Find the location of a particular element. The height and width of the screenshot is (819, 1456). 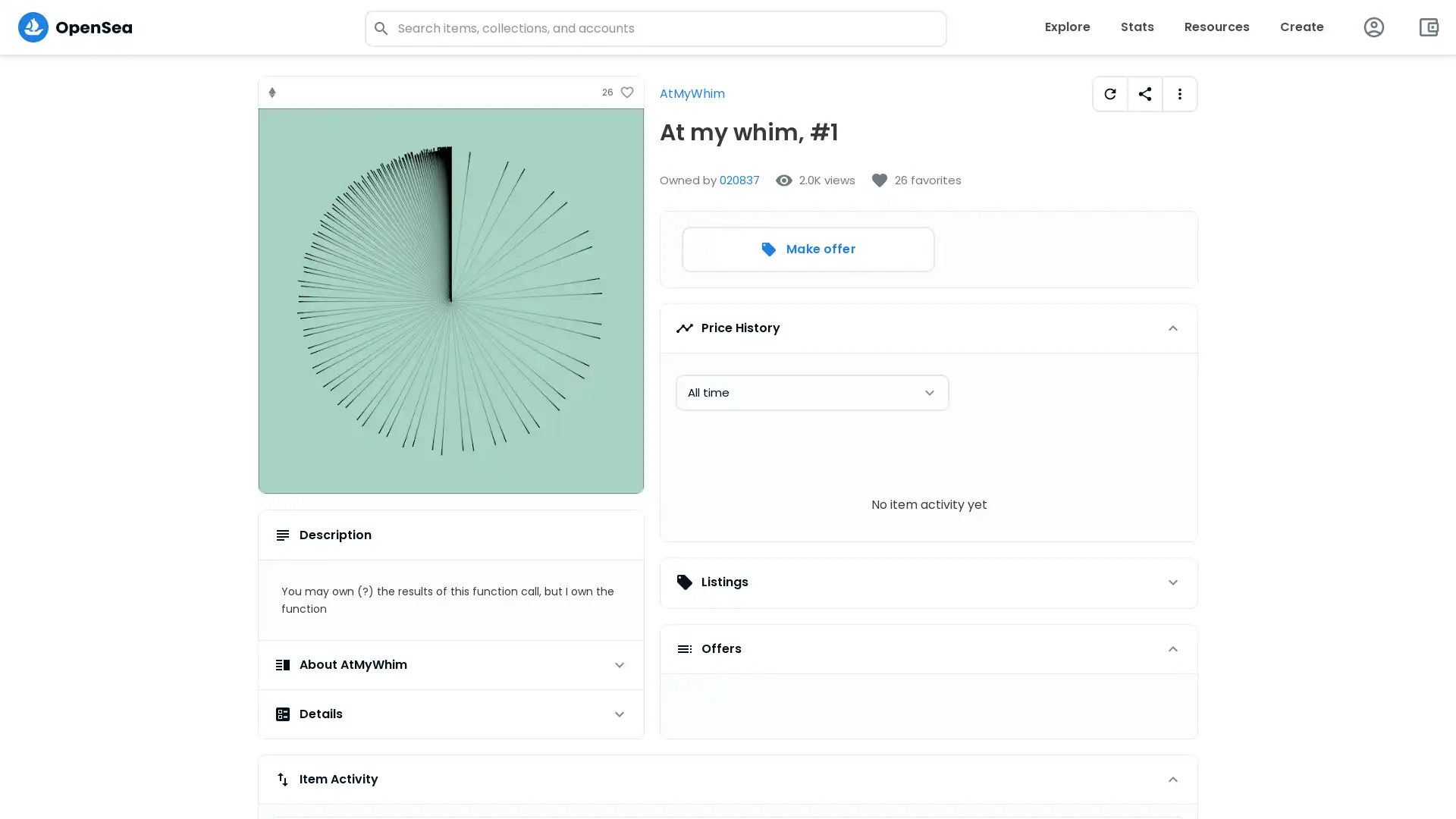

More is located at coordinates (1178, 93).